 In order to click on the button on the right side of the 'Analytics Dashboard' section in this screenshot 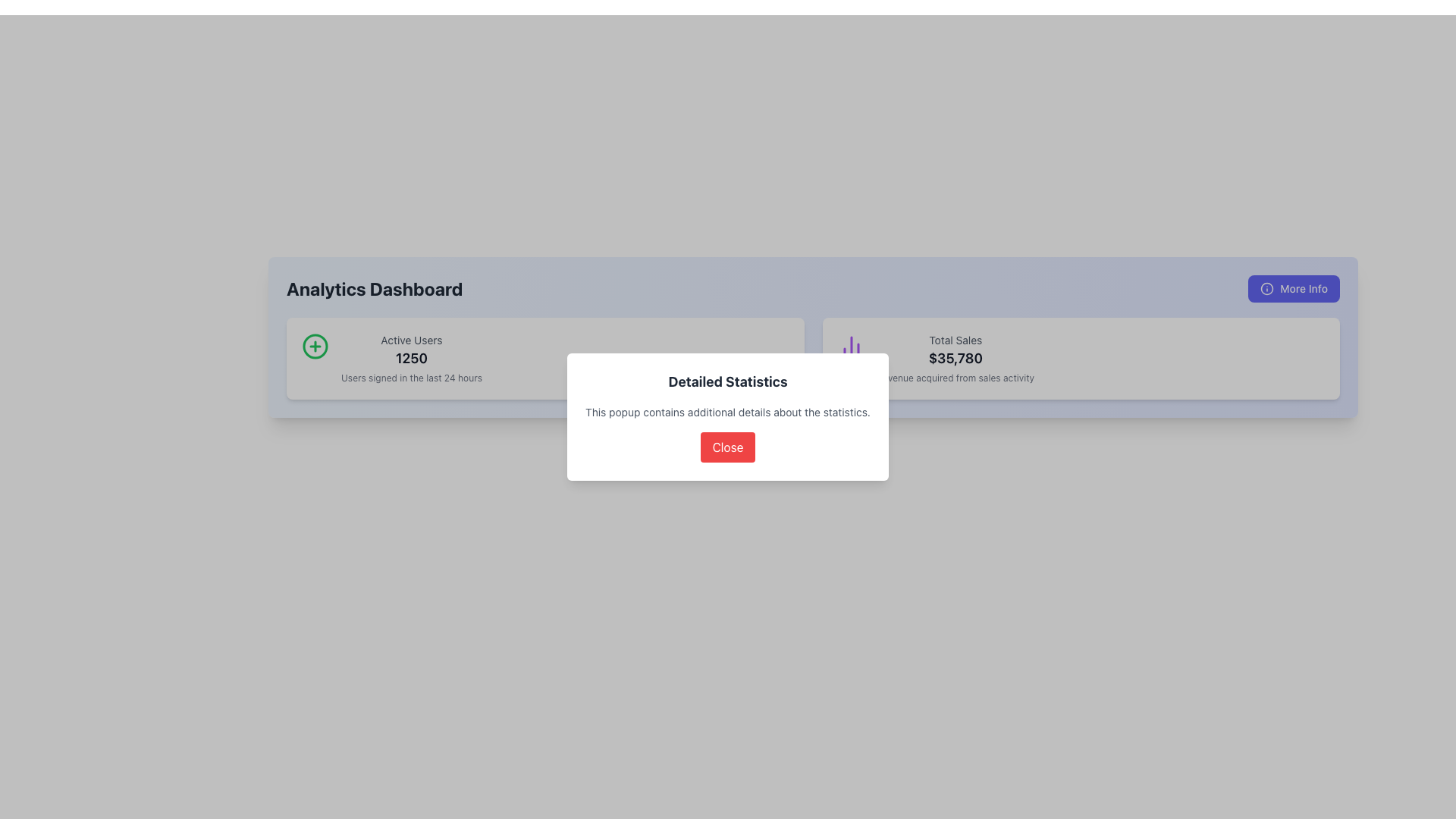, I will do `click(1293, 289)`.